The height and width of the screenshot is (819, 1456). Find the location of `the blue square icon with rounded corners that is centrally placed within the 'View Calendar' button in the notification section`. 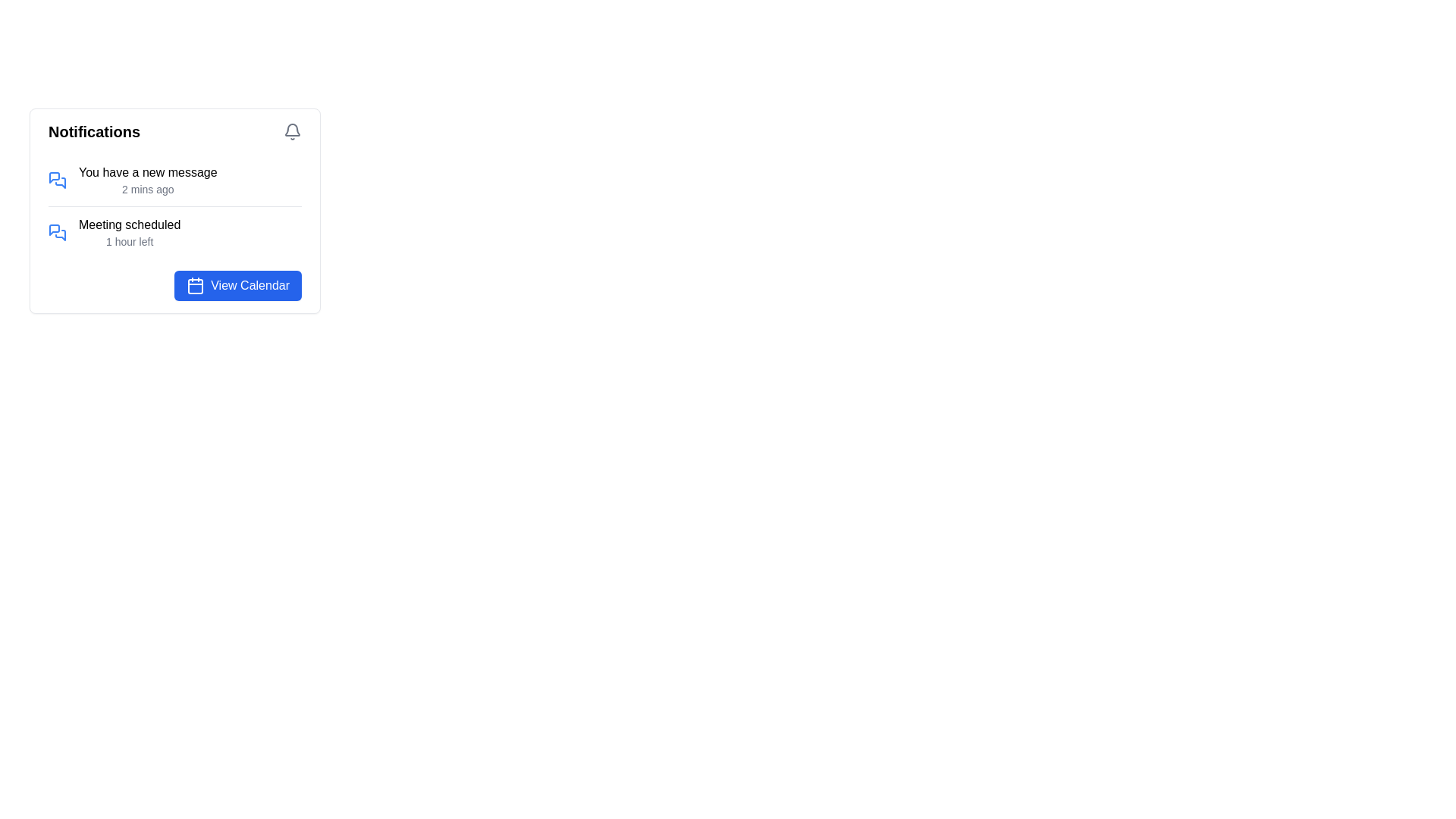

the blue square icon with rounded corners that is centrally placed within the 'View Calendar' button in the notification section is located at coordinates (195, 287).